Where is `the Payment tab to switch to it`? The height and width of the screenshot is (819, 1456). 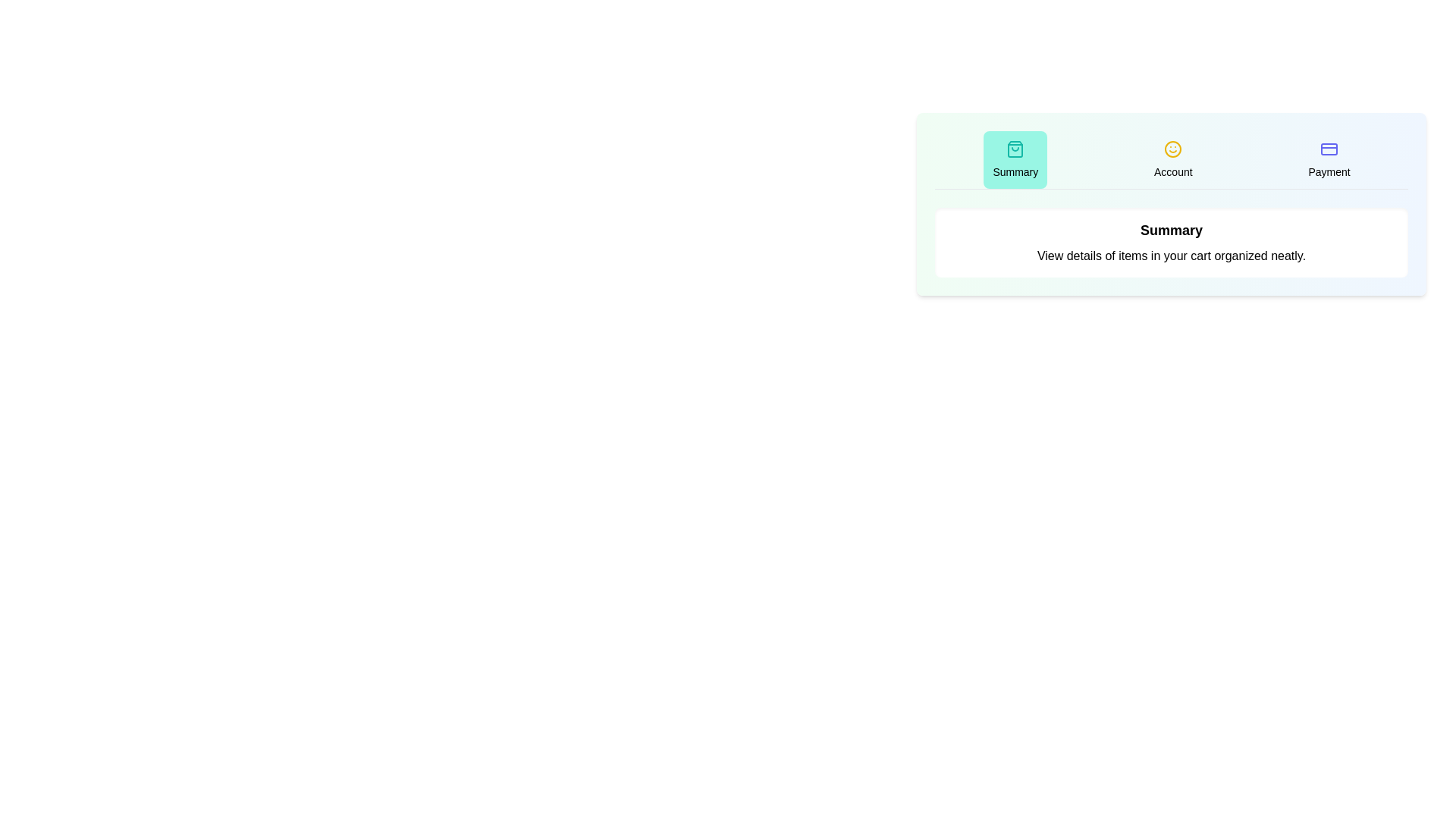
the Payment tab to switch to it is located at coordinates (1328, 160).